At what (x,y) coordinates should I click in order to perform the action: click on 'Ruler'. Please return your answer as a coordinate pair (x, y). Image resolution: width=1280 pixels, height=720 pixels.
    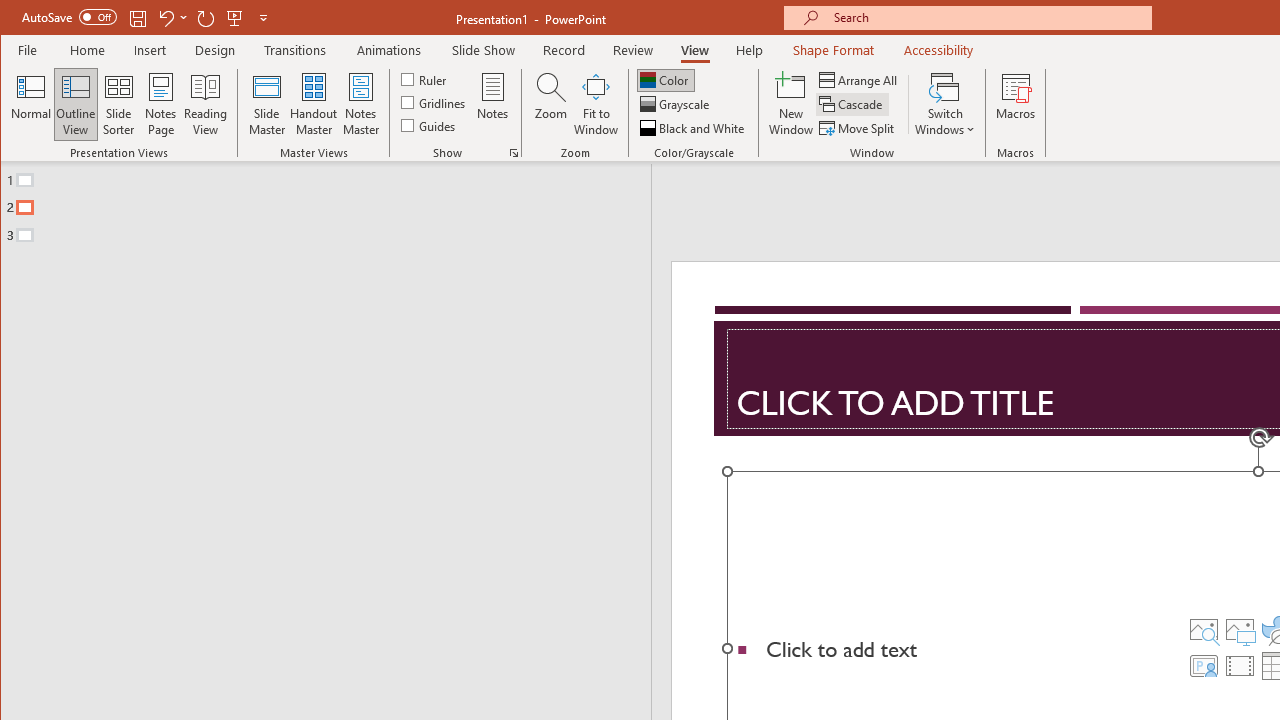
    Looking at the image, I should click on (424, 78).